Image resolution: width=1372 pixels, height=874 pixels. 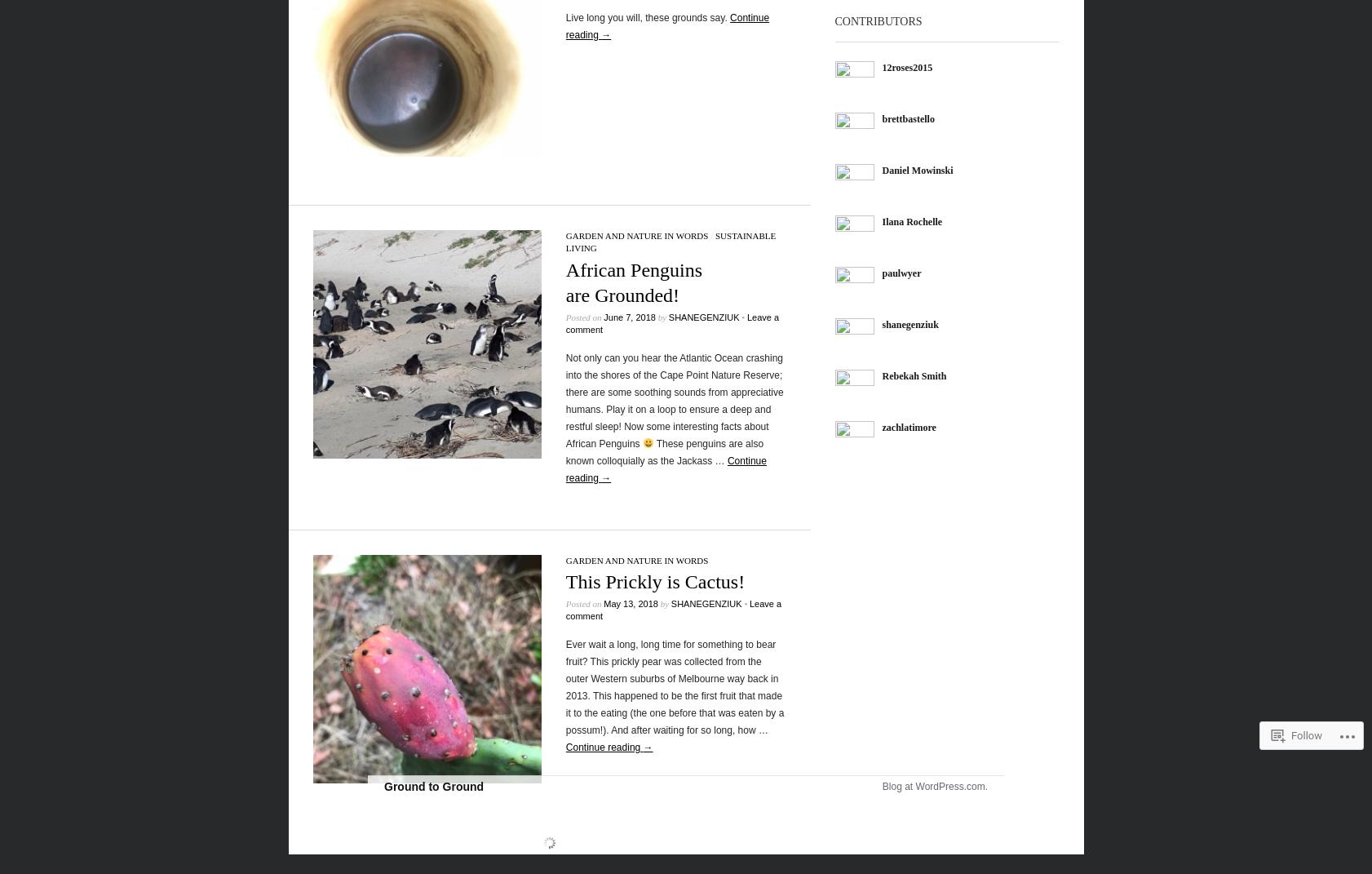 I want to click on 'Daniel Mowinski', so click(x=881, y=169).